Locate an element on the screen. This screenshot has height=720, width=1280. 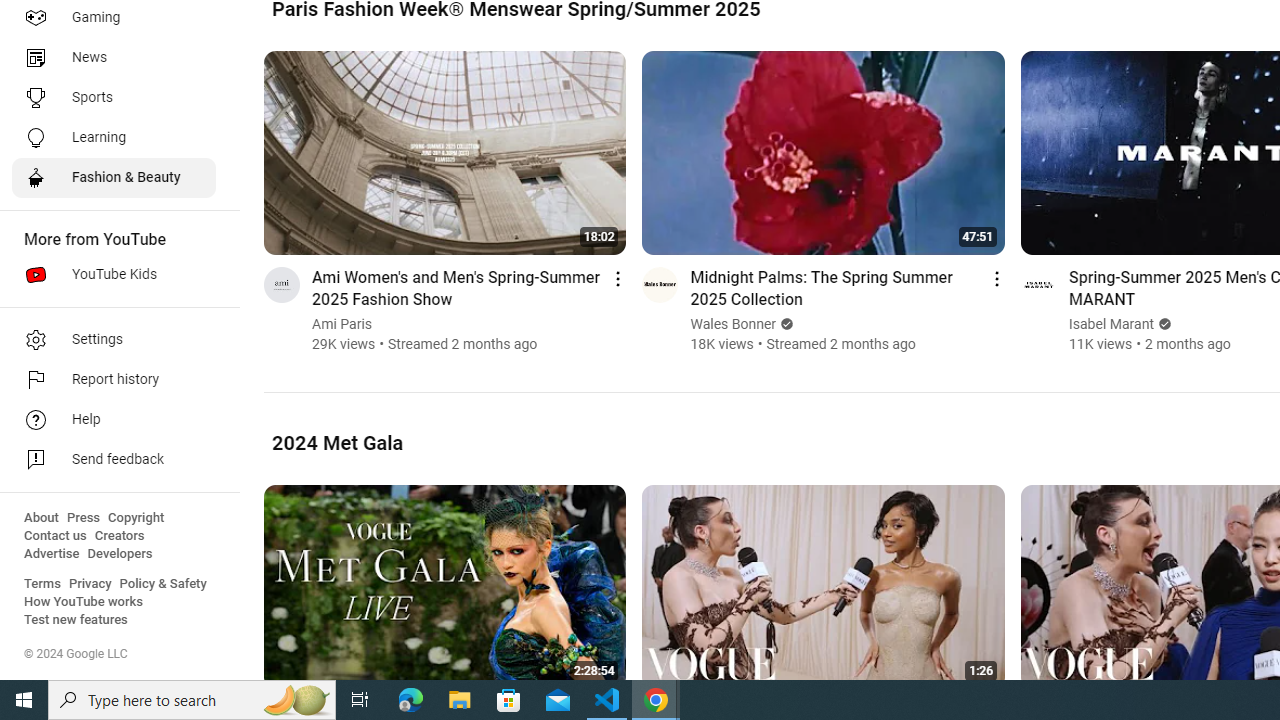
'Report history' is located at coordinates (112, 380).